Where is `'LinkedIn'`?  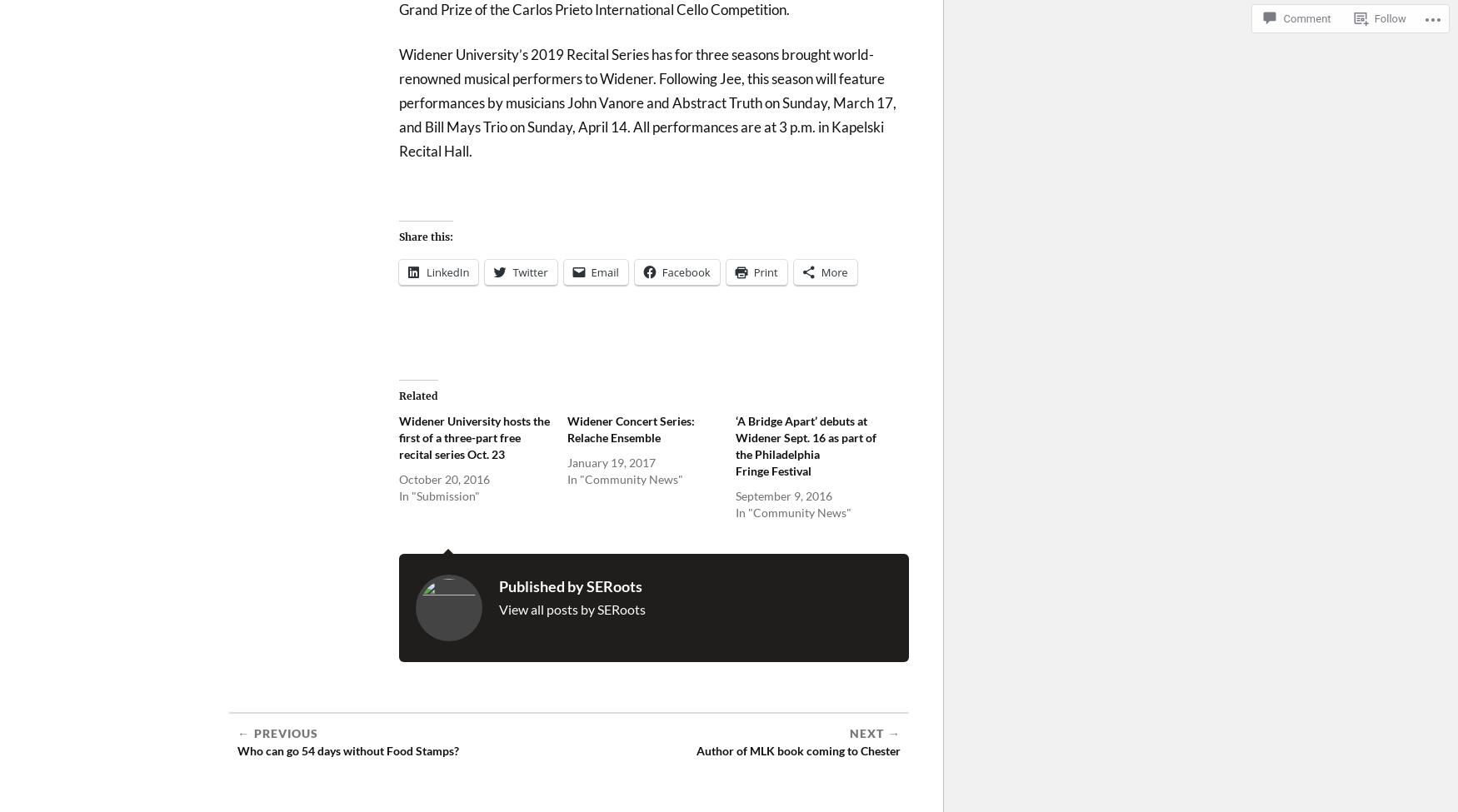 'LinkedIn' is located at coordinates (447, 271).